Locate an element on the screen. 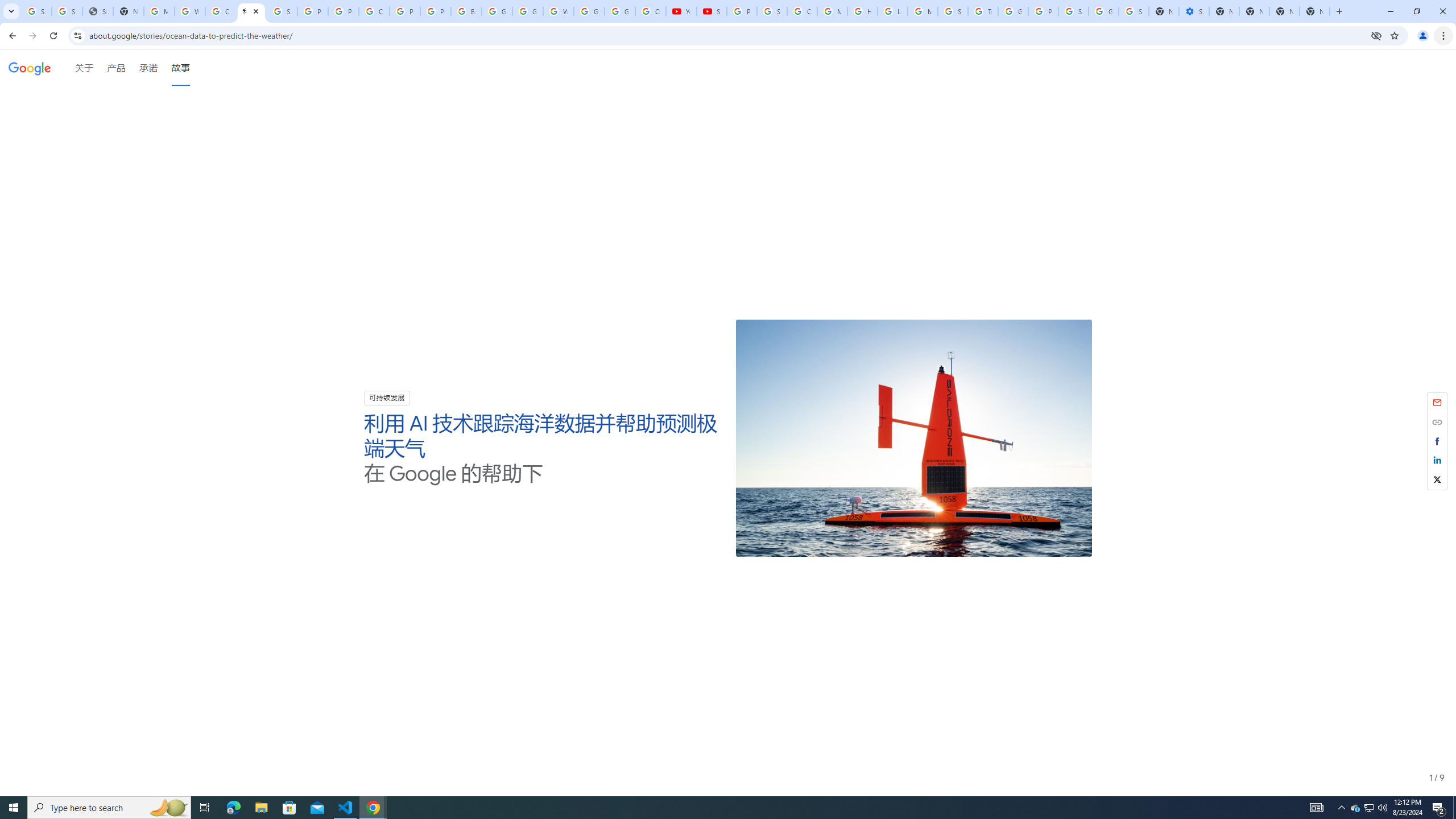 The width and height of the screenshot is (1456, 819). 'YouTube' is located at coordinates (681, 11).